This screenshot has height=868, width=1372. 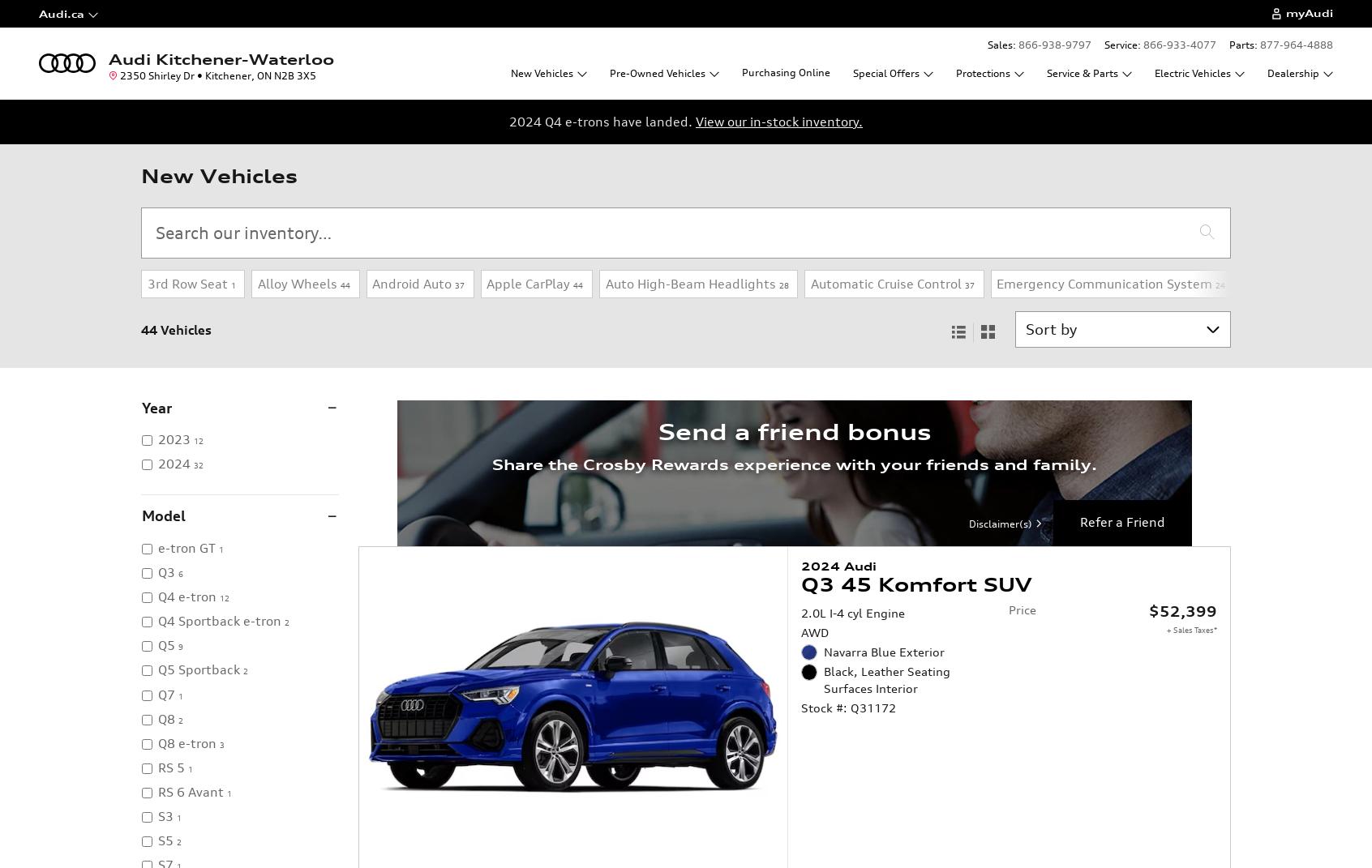 What do you see at coordinates (837, 565) in the screenshot?
I see `'2024 Audi'` at bounding box center [837, 565].